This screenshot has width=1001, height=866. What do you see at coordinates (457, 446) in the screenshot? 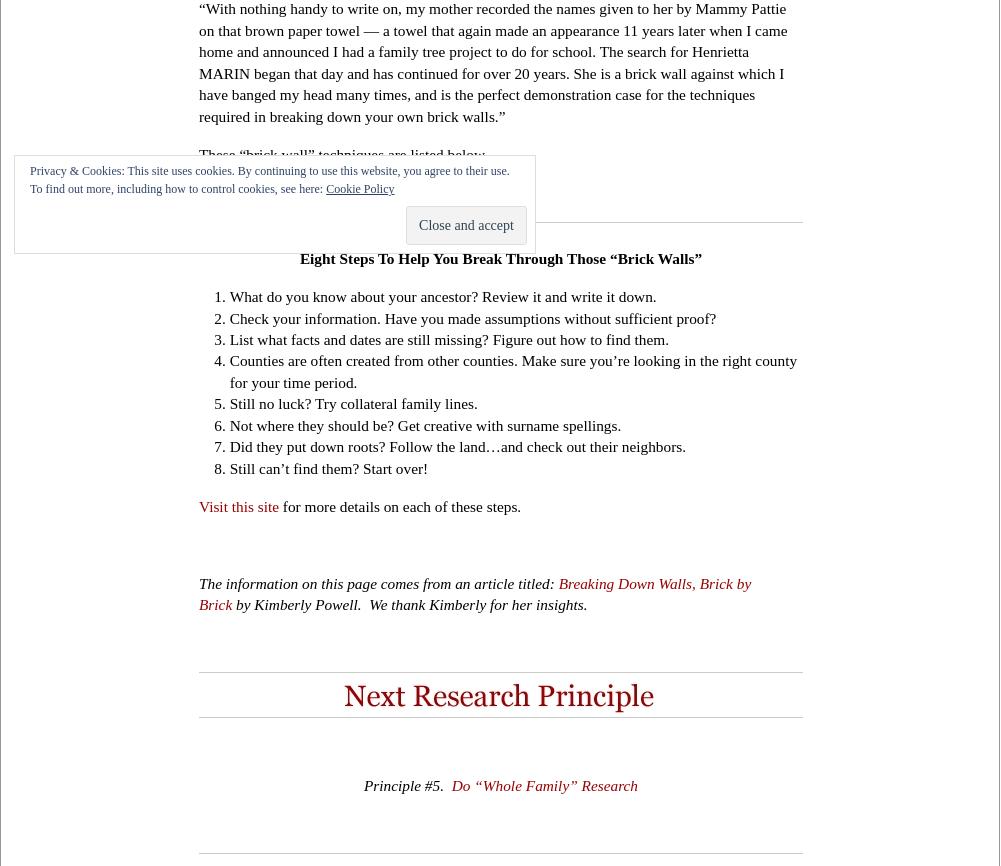
I see `'Did they put down roots? Follow the land…and check out their neighbors.'` at bounding box center [457, 446].